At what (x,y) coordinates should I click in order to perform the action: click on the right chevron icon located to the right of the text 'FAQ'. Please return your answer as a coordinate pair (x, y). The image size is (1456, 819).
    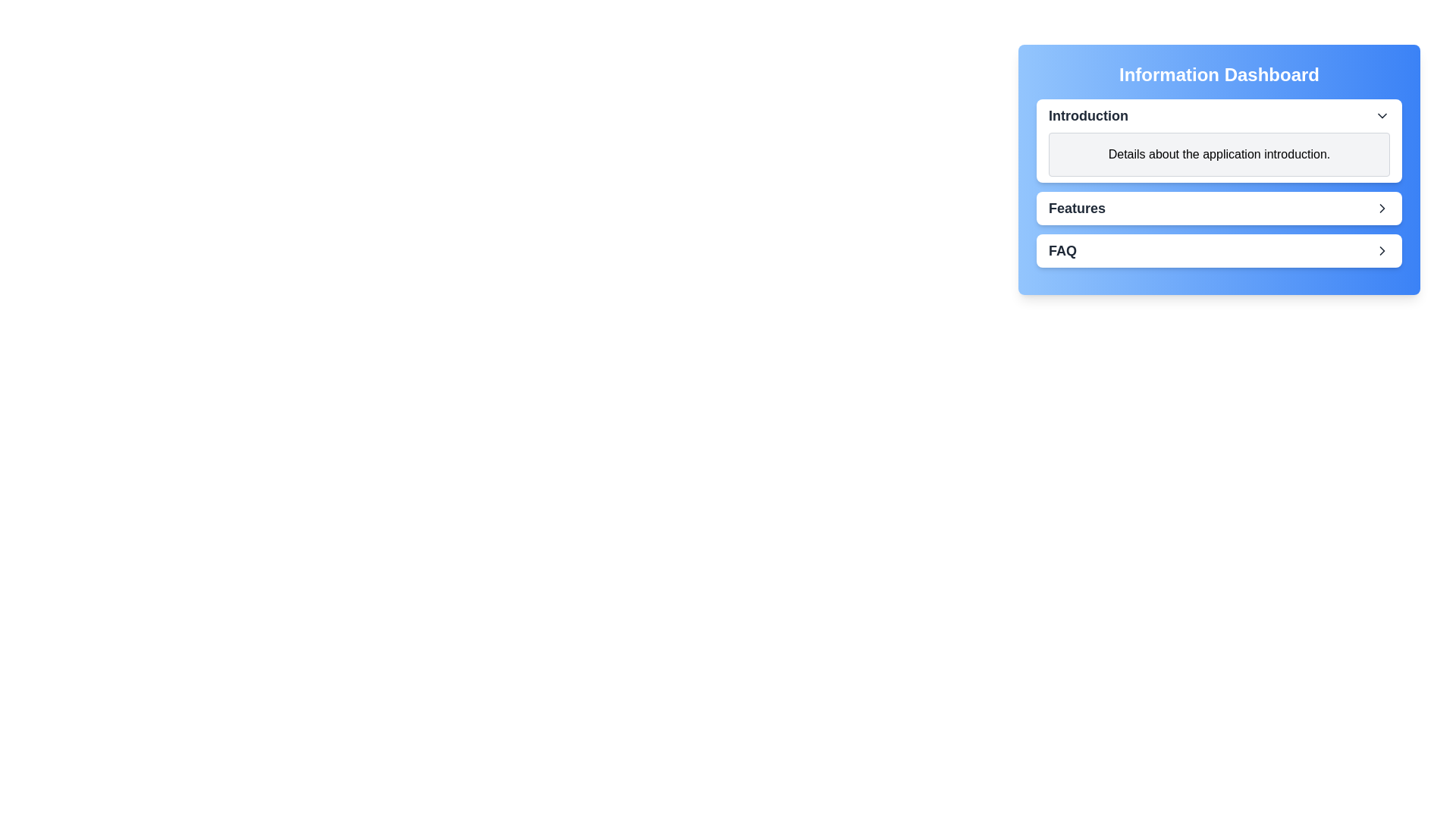
    Looking at the image, I should click on (1382, 250).